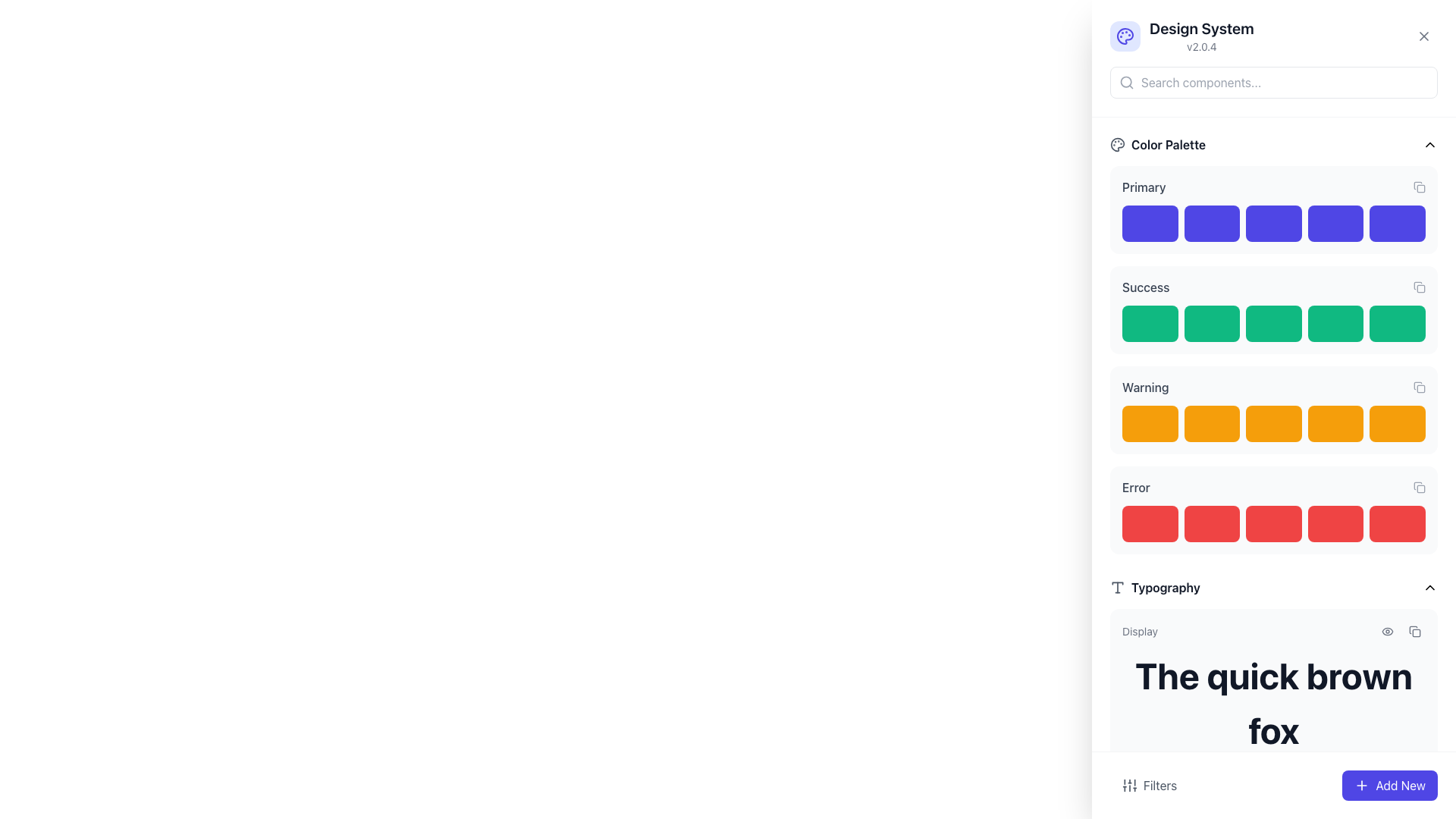 This screenshot has height=819, width=1456. Describe the element at coordinates (1419, 186) in the screenshot. I see `the small gray square-shaped button with a document icon inside, located at the top-right corner of the 'Primary' section in the 'Color Palette', to copy information` at that location.